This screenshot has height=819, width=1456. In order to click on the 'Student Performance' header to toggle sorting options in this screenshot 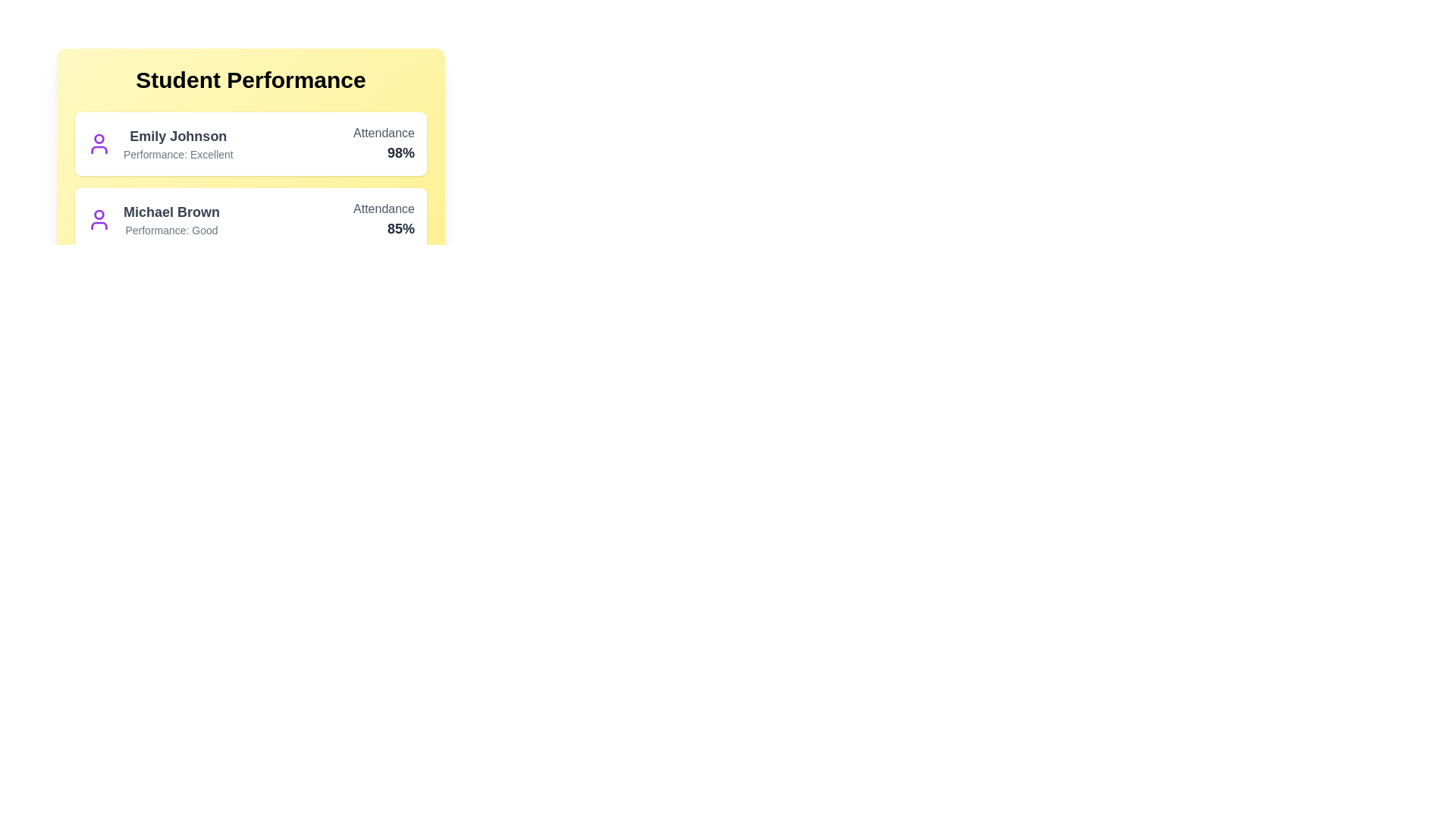, I will do `click(251, 80)`.